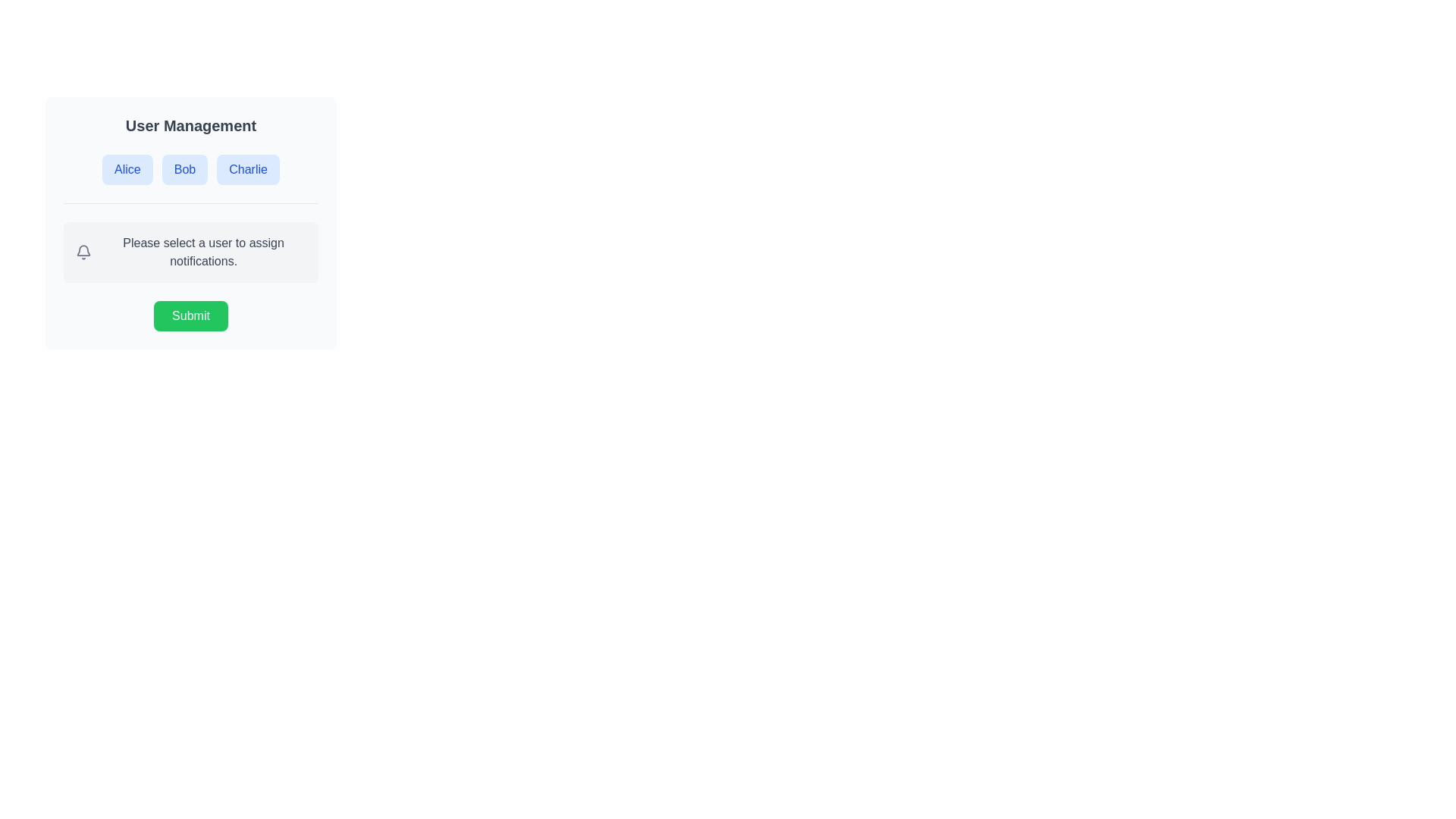 This screenshot has width=1456, height=819. What do you see at coordinates (190, 315) in the screenshot?
I see `the submit button located at the bottom of the 'User Management' interface` at bounding box center [190, 315].